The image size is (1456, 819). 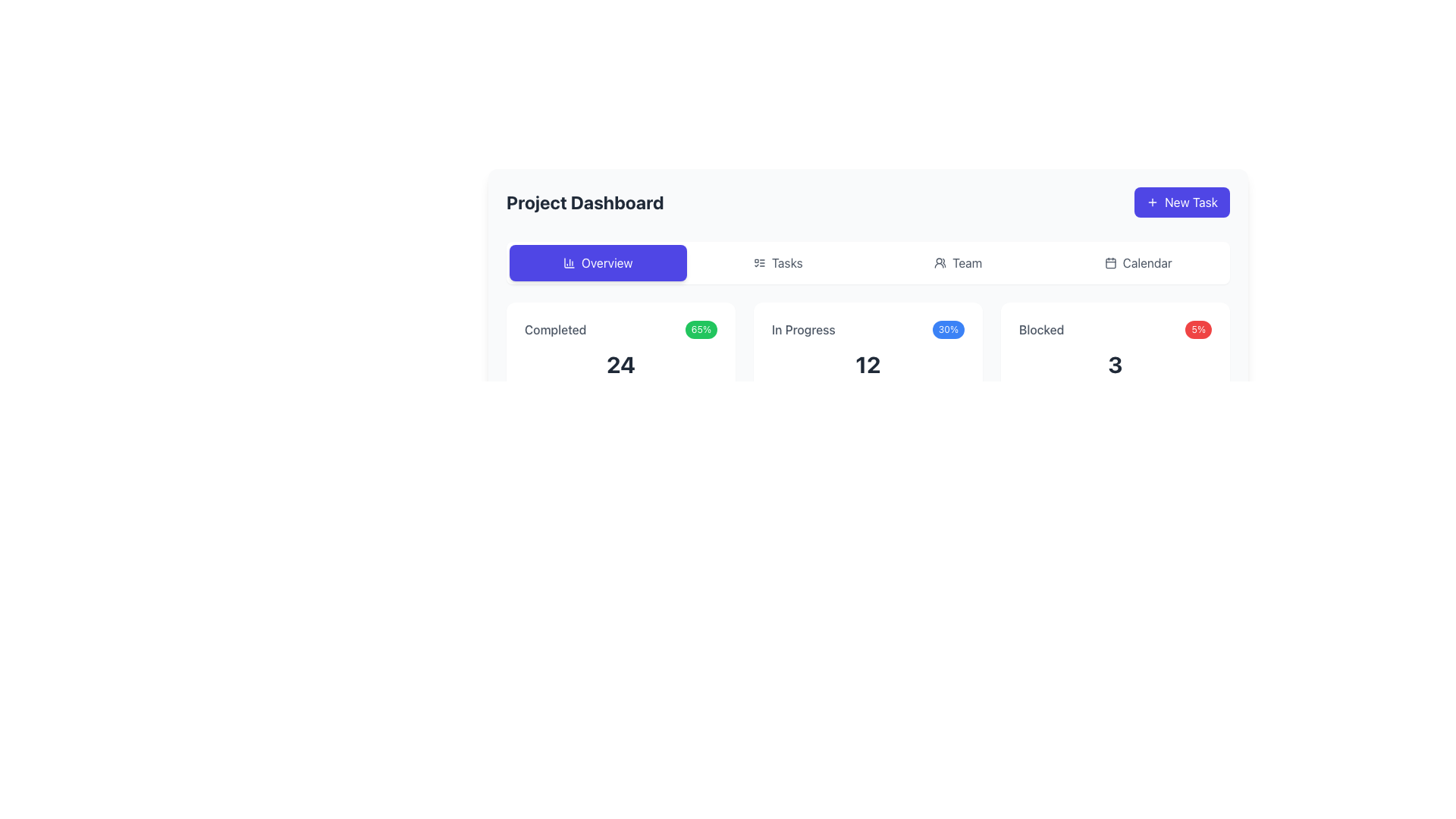 What do you see at coordinates (802, 329) in the screenshot?
I see `the 'In Progress' text label` at bounding box center [802, 329].